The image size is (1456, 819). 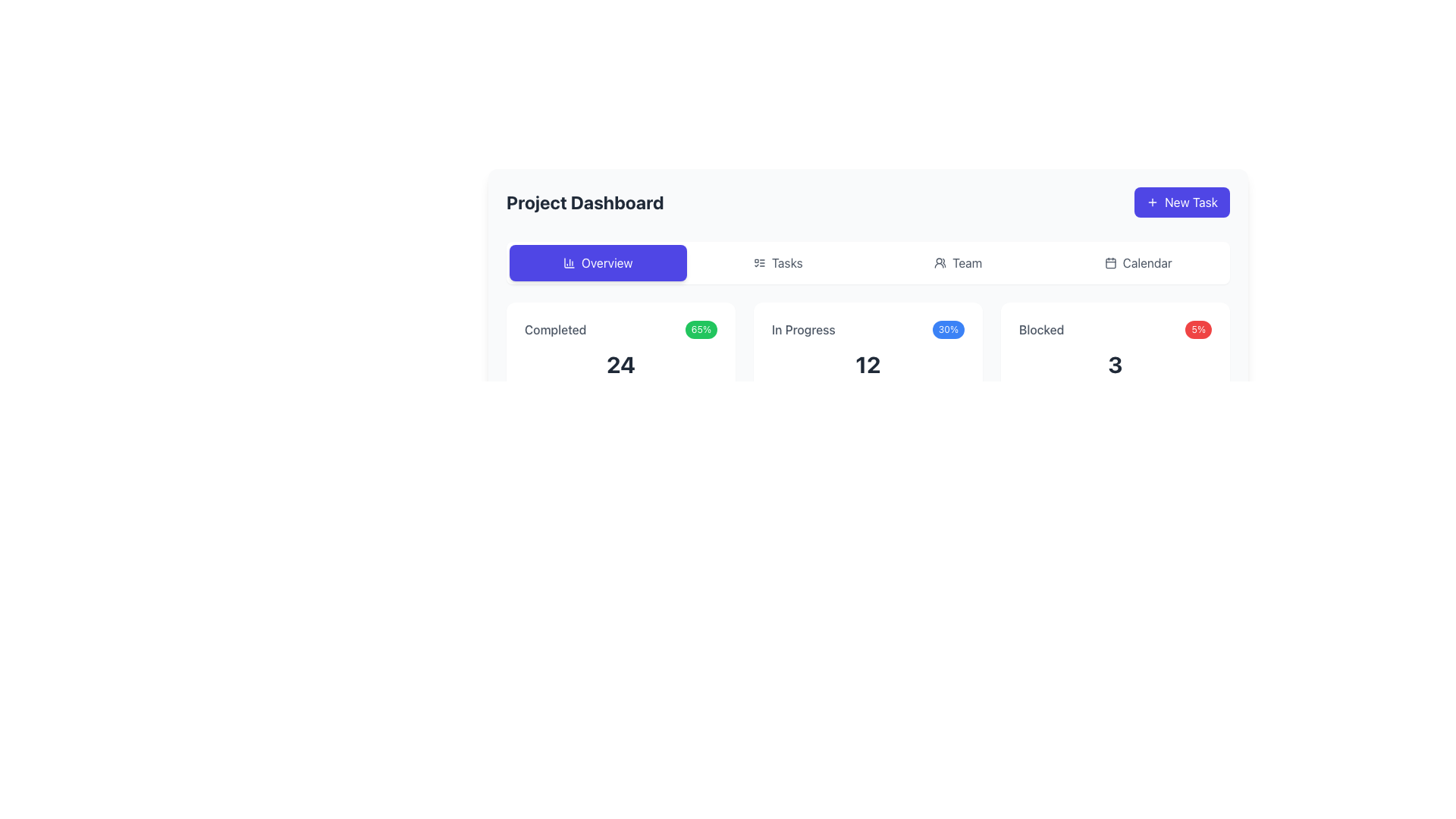 What do you see at coordinates (802, 329) in the screenshot?
I see `the 'In Progress' text label` at bounding box center [802, 329].